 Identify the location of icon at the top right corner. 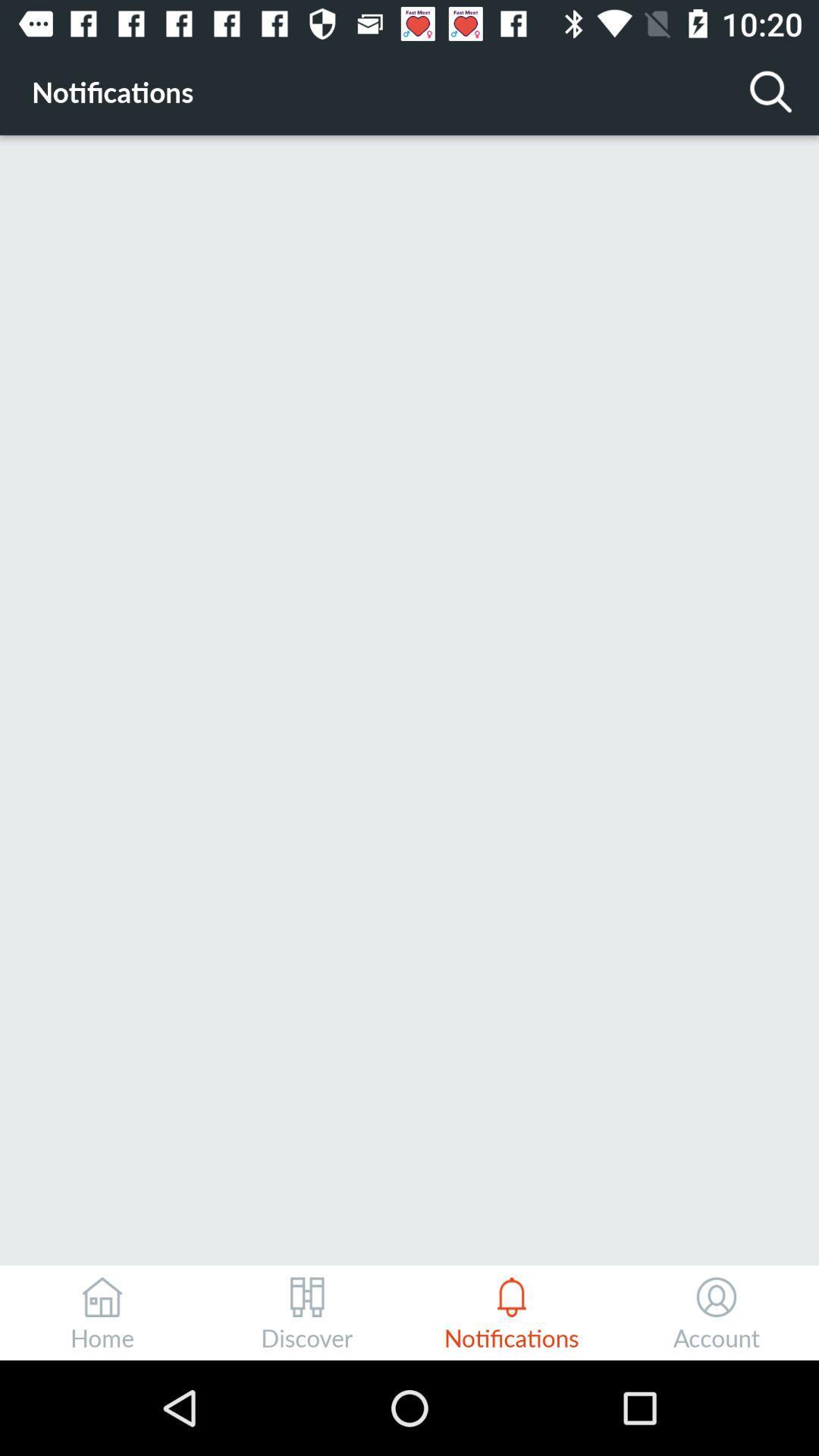
(771, 90).